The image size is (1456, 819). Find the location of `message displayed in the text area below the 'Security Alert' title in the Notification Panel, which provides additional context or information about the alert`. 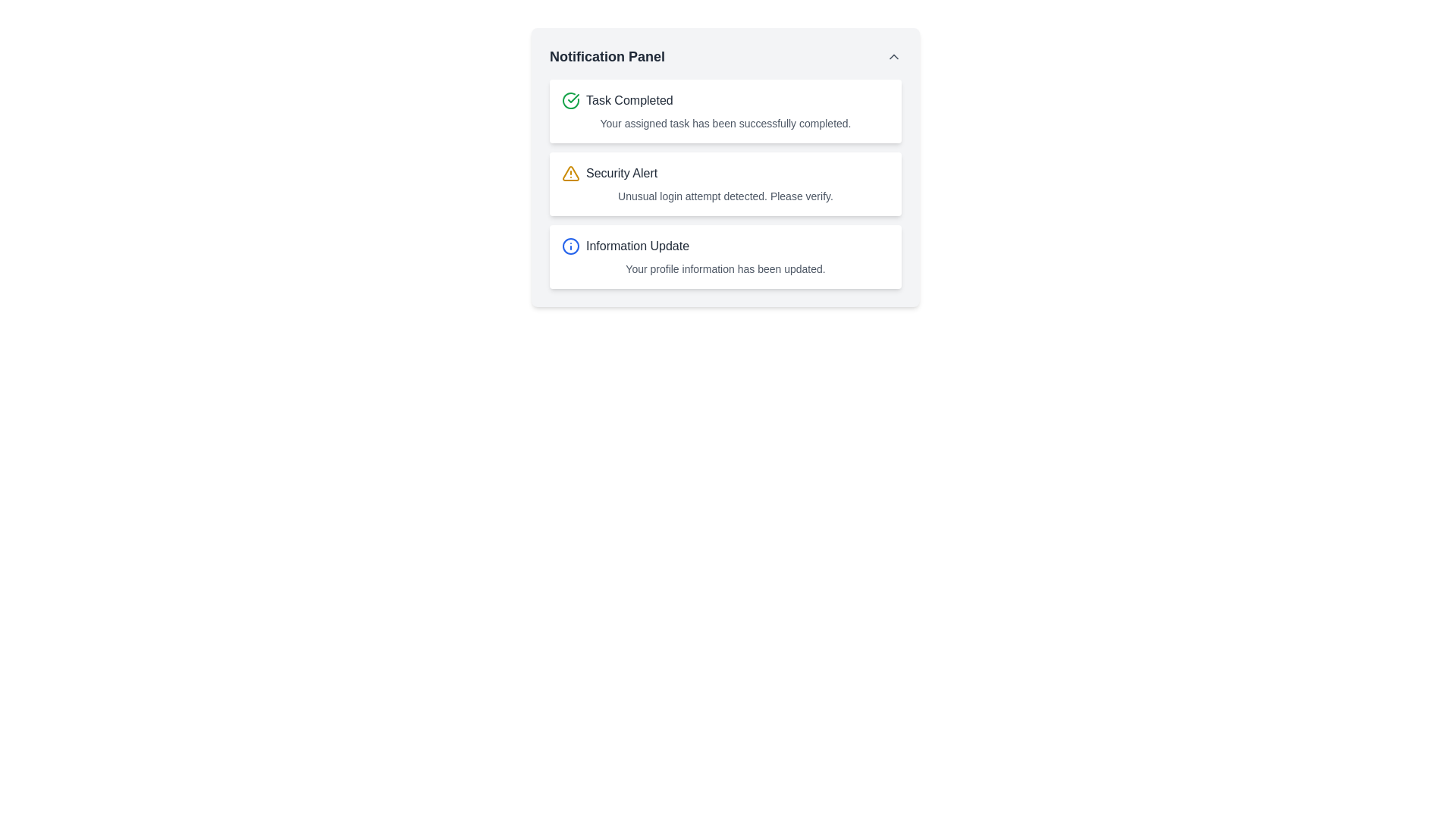

message displayed in the text area below the 'Security Alert' title in the Notification Panel, which provides additional context or information about the alert is located at coordinates (724, 195).